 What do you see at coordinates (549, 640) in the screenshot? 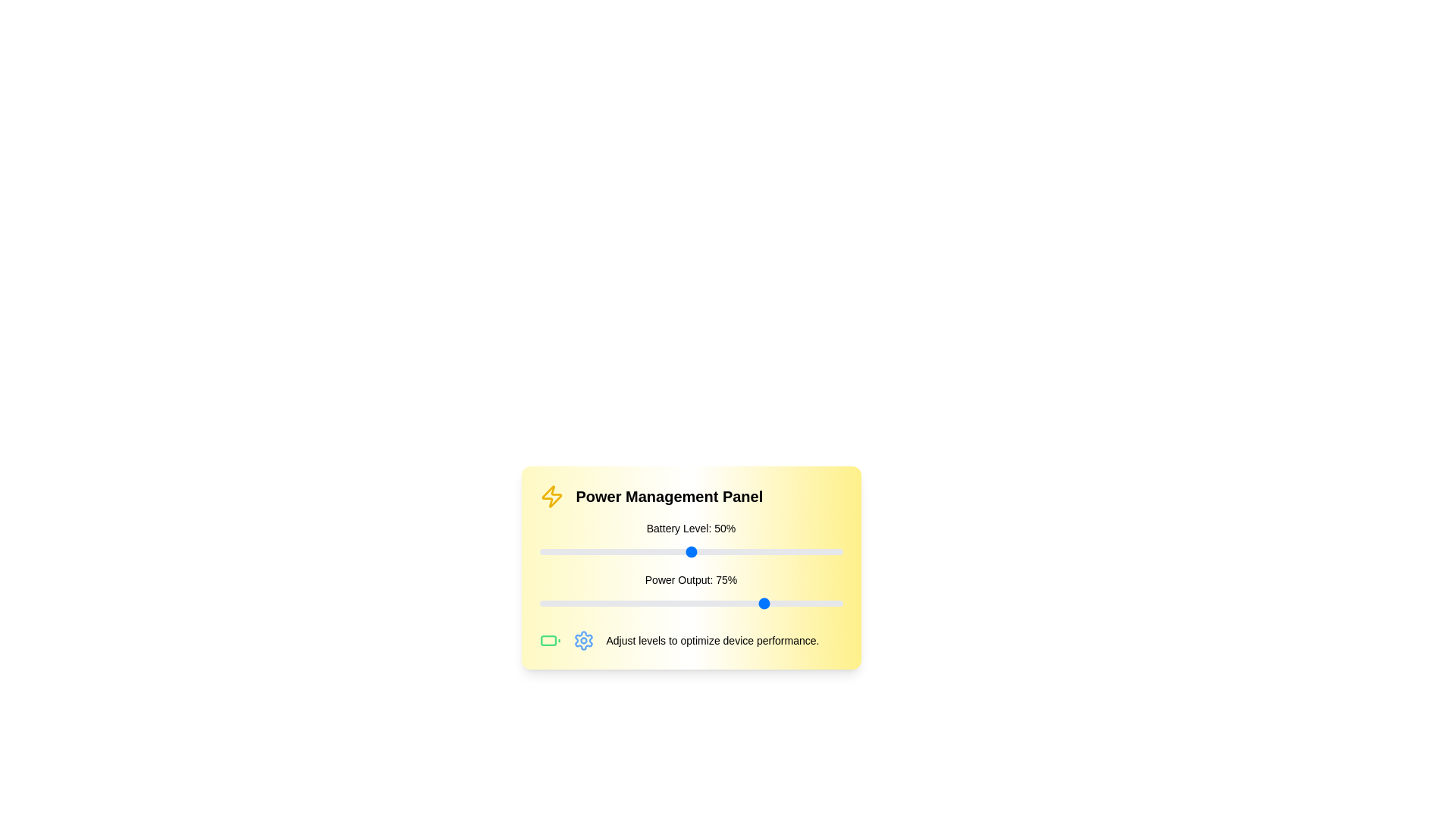
I see `the battery icon` at bounding box center [549, 640].